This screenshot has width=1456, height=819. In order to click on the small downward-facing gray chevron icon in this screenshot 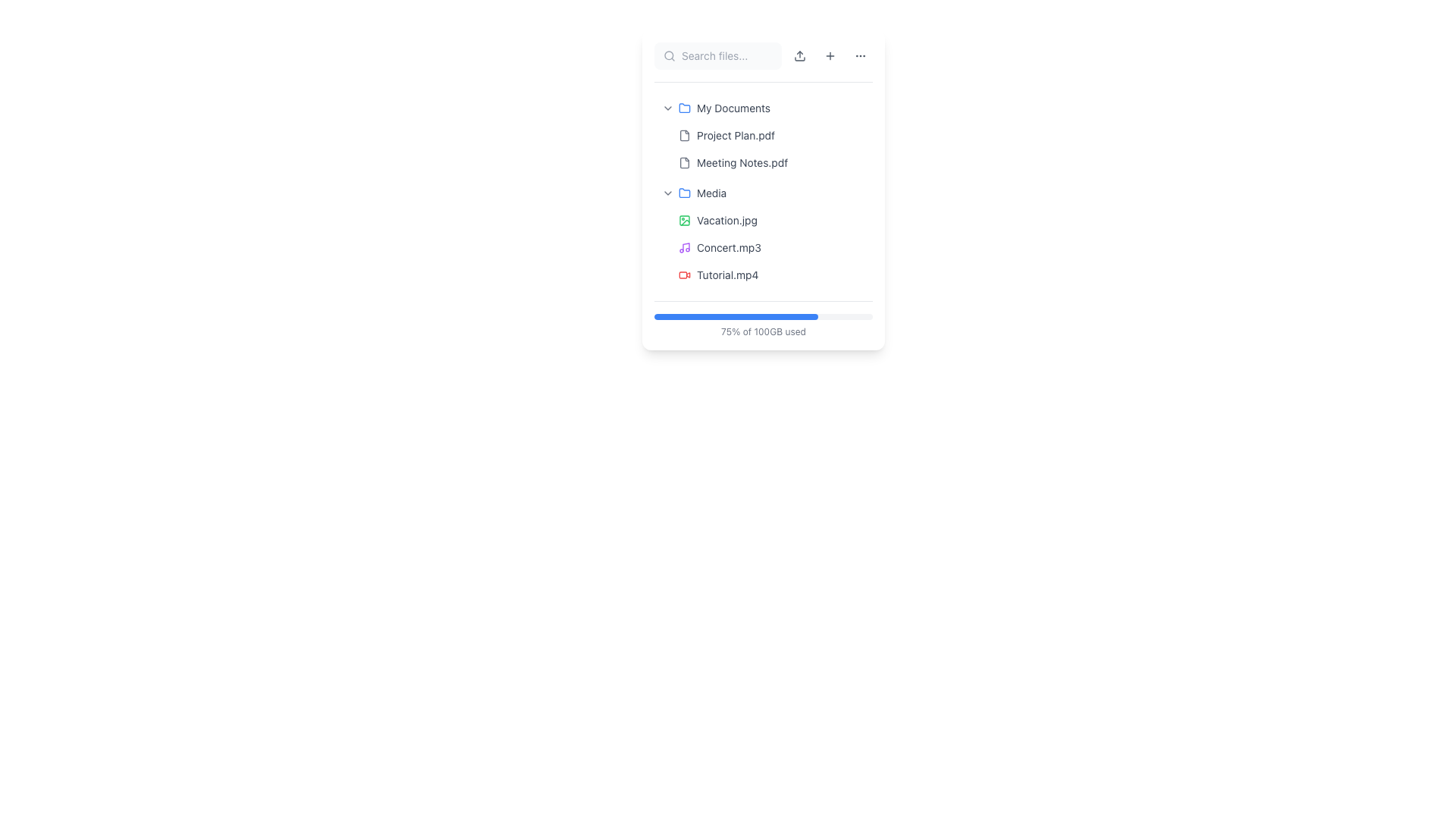, I will do `click(667, 192)`.